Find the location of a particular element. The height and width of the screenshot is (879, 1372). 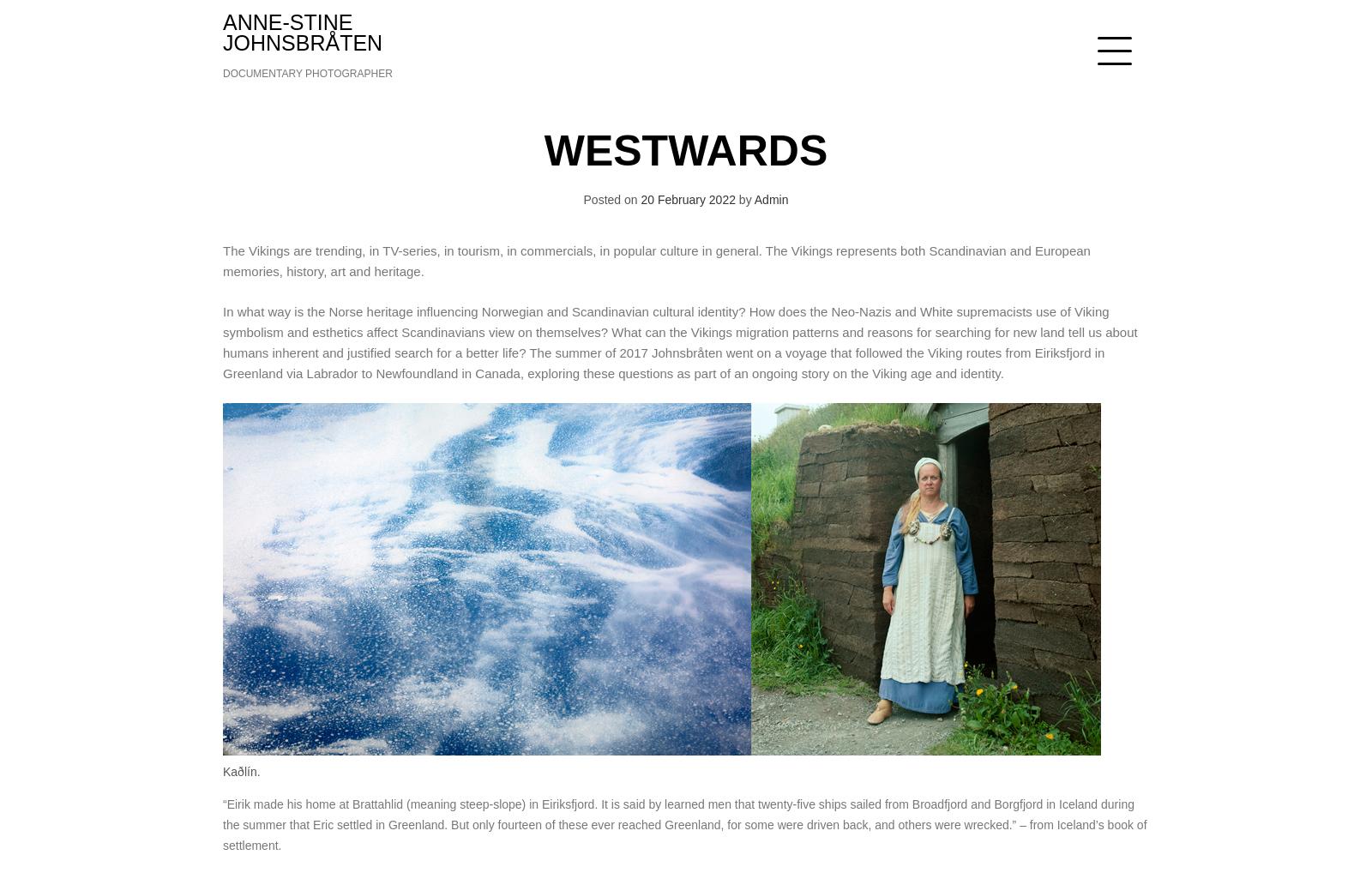

'In what way is the Norse heritage influencing Norwegian and Scandinavian cultural identity? How does the Neo-Nazis and White supremacists use of Viking symbolism and esthetics affect Scandinavians view on themselves? What can the Vikings migration patterns and reasons for searching for new land tell us about humans inherent and justified search for a better life? The summer of 2017 Johnsbråten went on a voyage that followed the Viking routes from Eiriksfjord in Greenland via Labrador to Newfoundland in Canada, exploring these questions as part of an ongoing story on the Viking age and identity.' is located at coordinates (679, 341).